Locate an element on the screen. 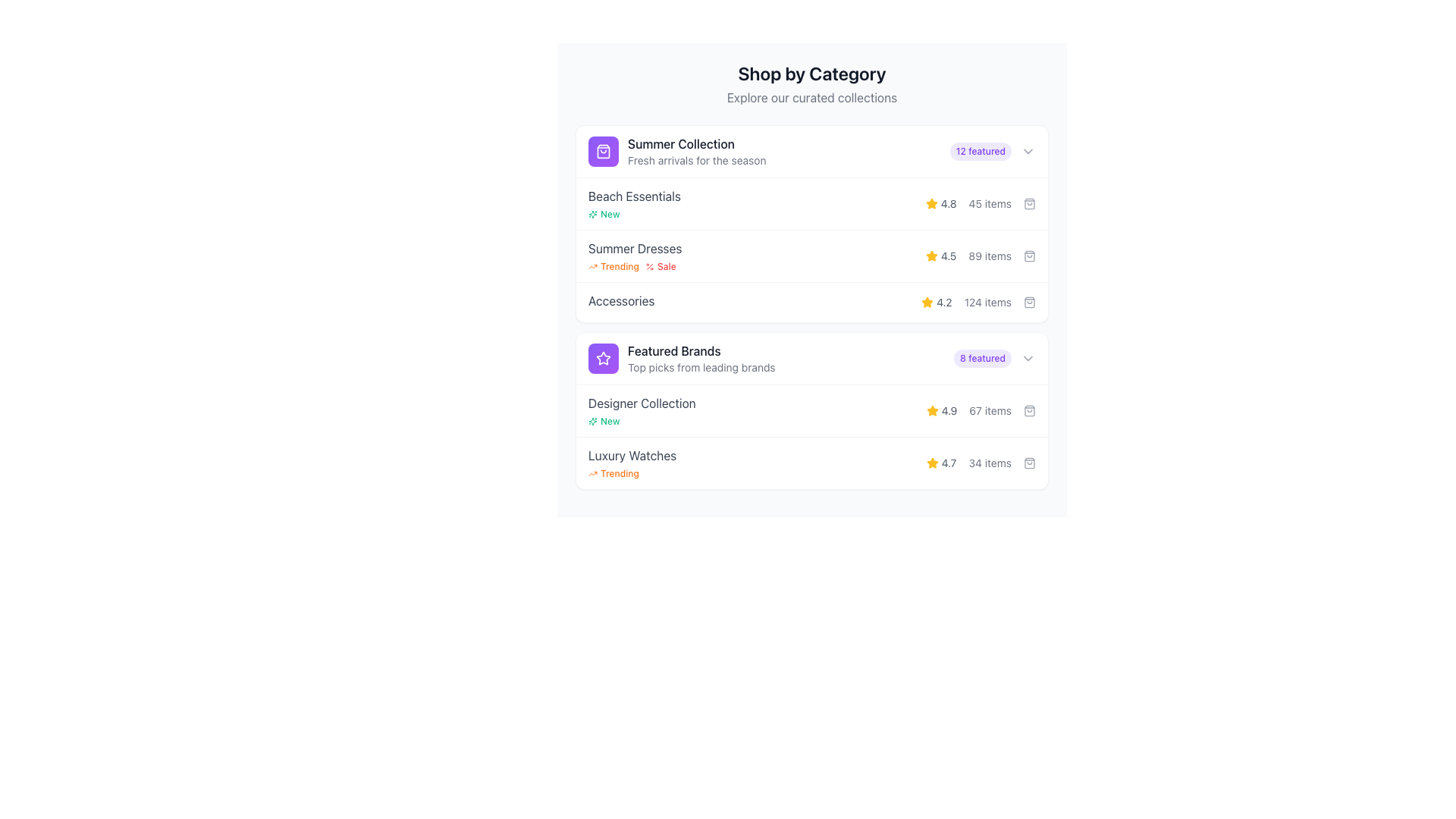 The height and width of the screenshot is (819, 1456). the small bold text label styled as 'New' located in the 'Beach Essentials' category entry, positioned to the right of a sparkles icon is located at coordinates (610, 214).